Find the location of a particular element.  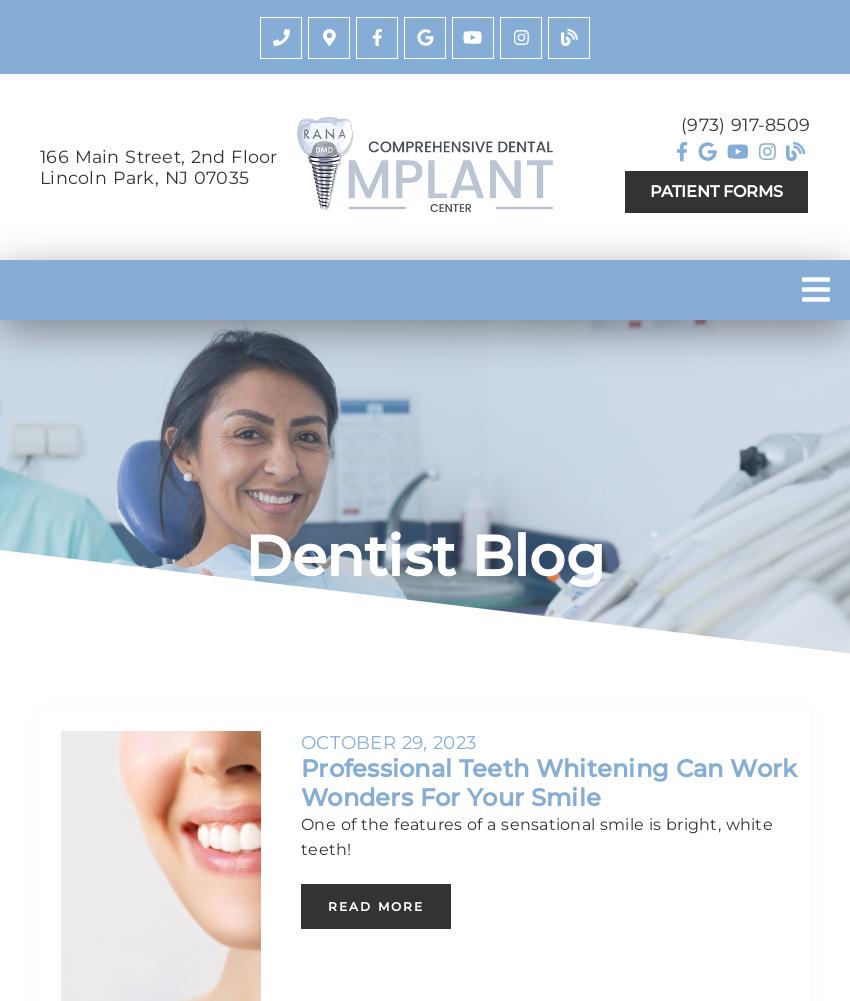

'October 29, 2023' is located at coordinates (300, 741).